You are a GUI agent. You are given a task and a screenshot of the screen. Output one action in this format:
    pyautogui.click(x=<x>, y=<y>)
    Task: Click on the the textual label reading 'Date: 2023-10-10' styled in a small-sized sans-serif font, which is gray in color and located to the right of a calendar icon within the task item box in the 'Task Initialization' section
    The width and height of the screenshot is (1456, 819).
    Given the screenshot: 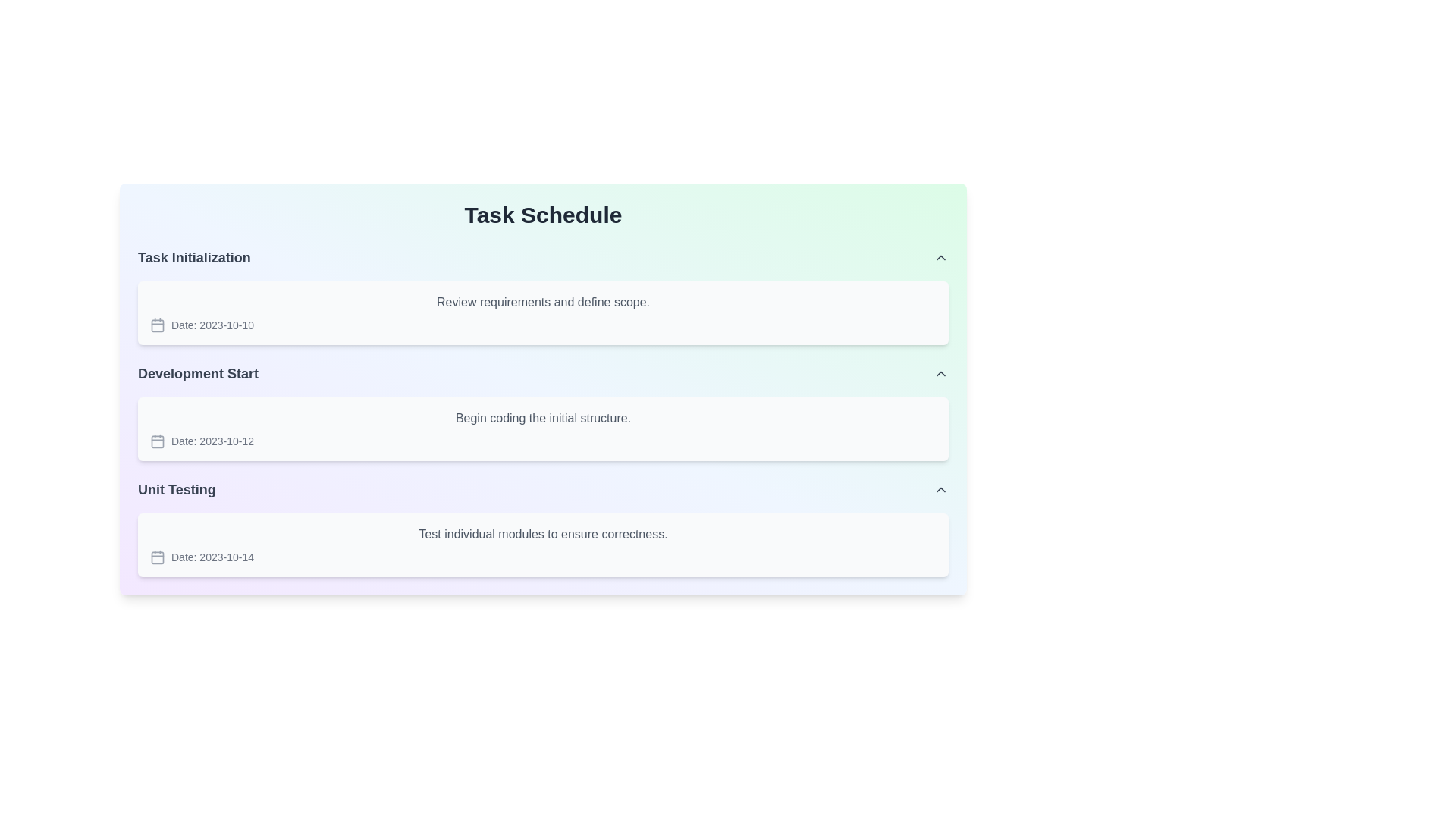 What is the action you would take?
    pyautogui.click(x=212, y=324)
    